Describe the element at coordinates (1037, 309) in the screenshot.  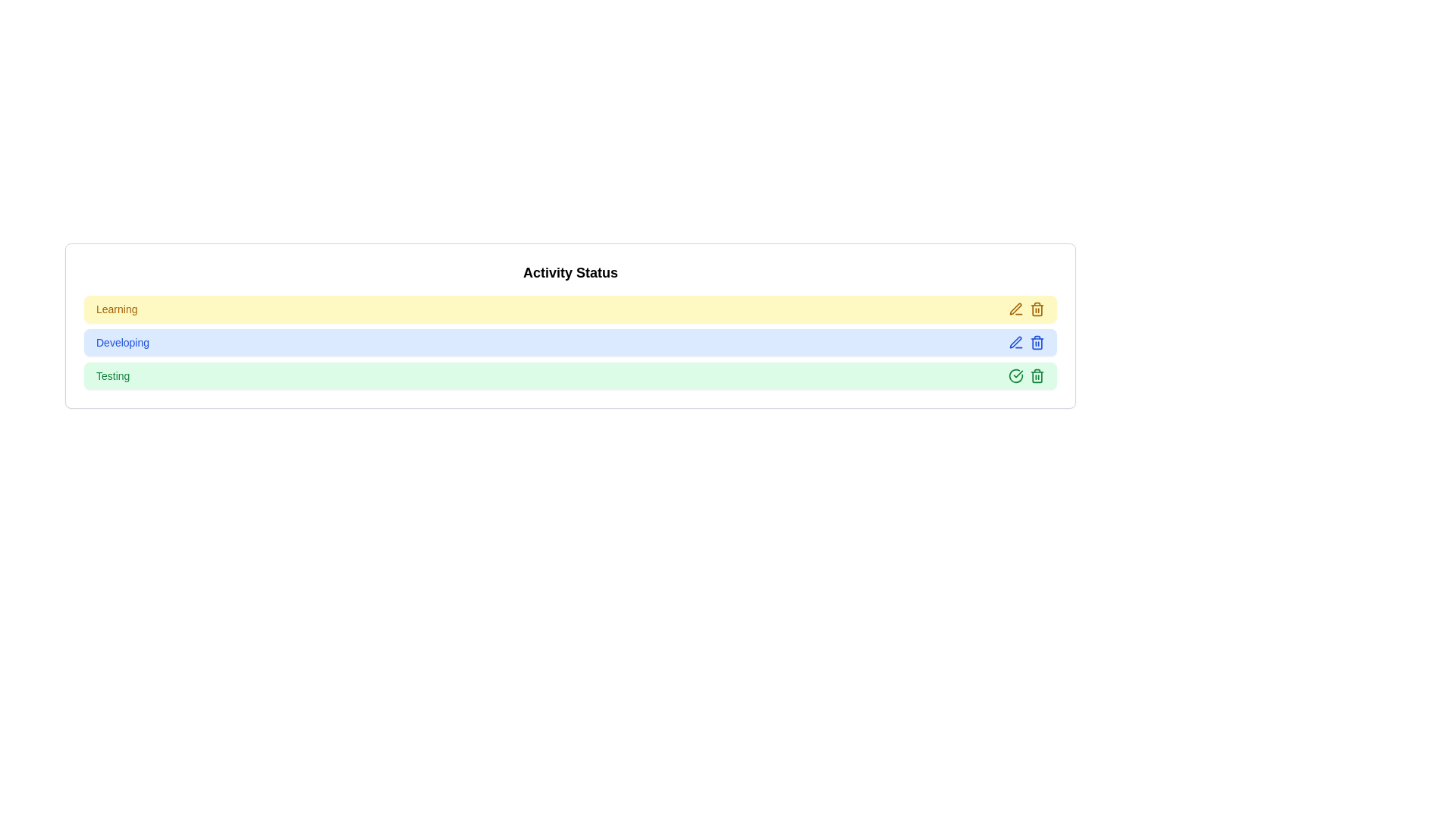
I see `trash icon for the item labeled 'Learning' to delete it` at that location.